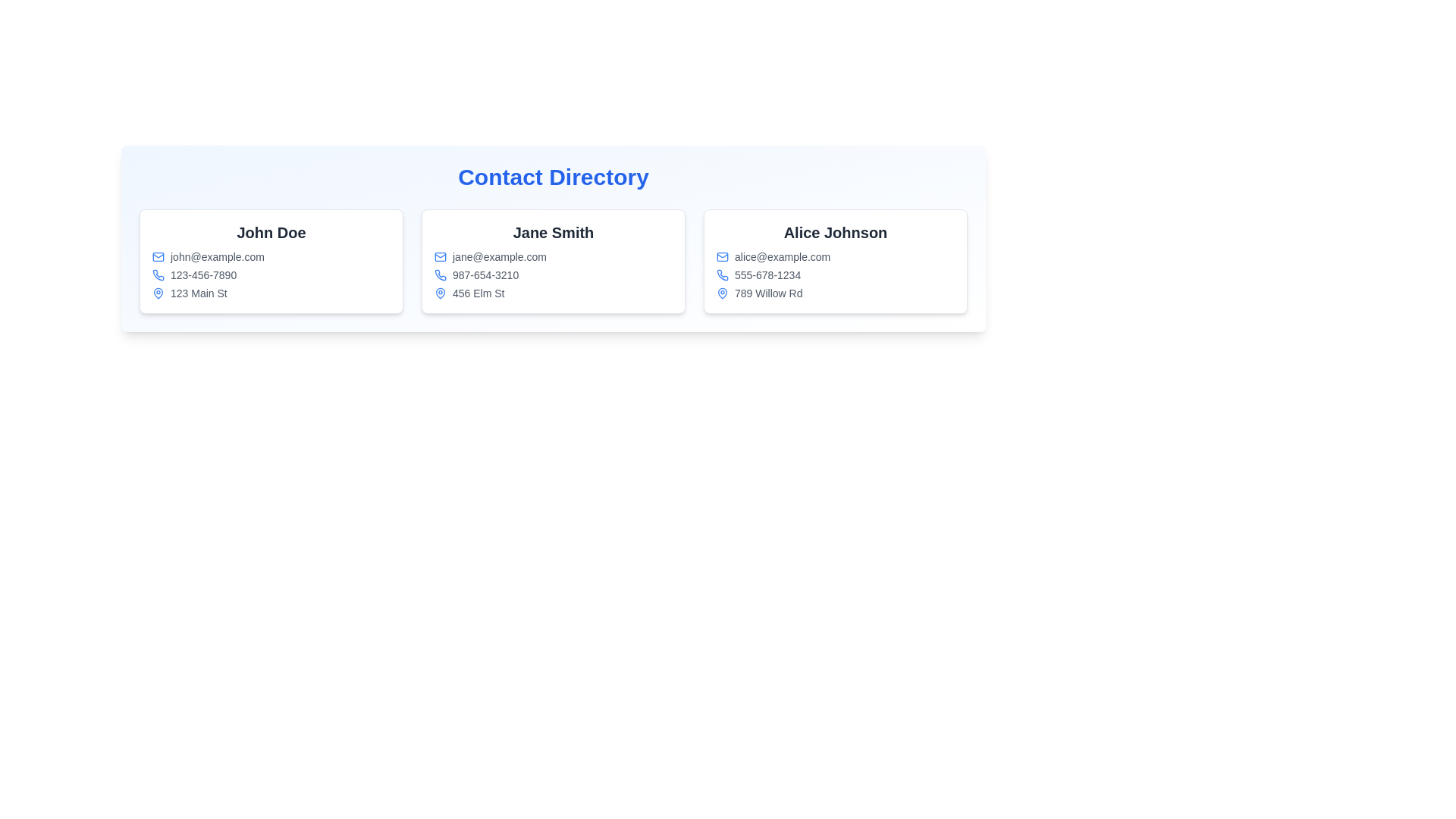 This screenshot has height=819, width=1456. I want to click on the Address information field displaying '123 Main St' below the phone number in John Doe's contact card, so click(271, 293).